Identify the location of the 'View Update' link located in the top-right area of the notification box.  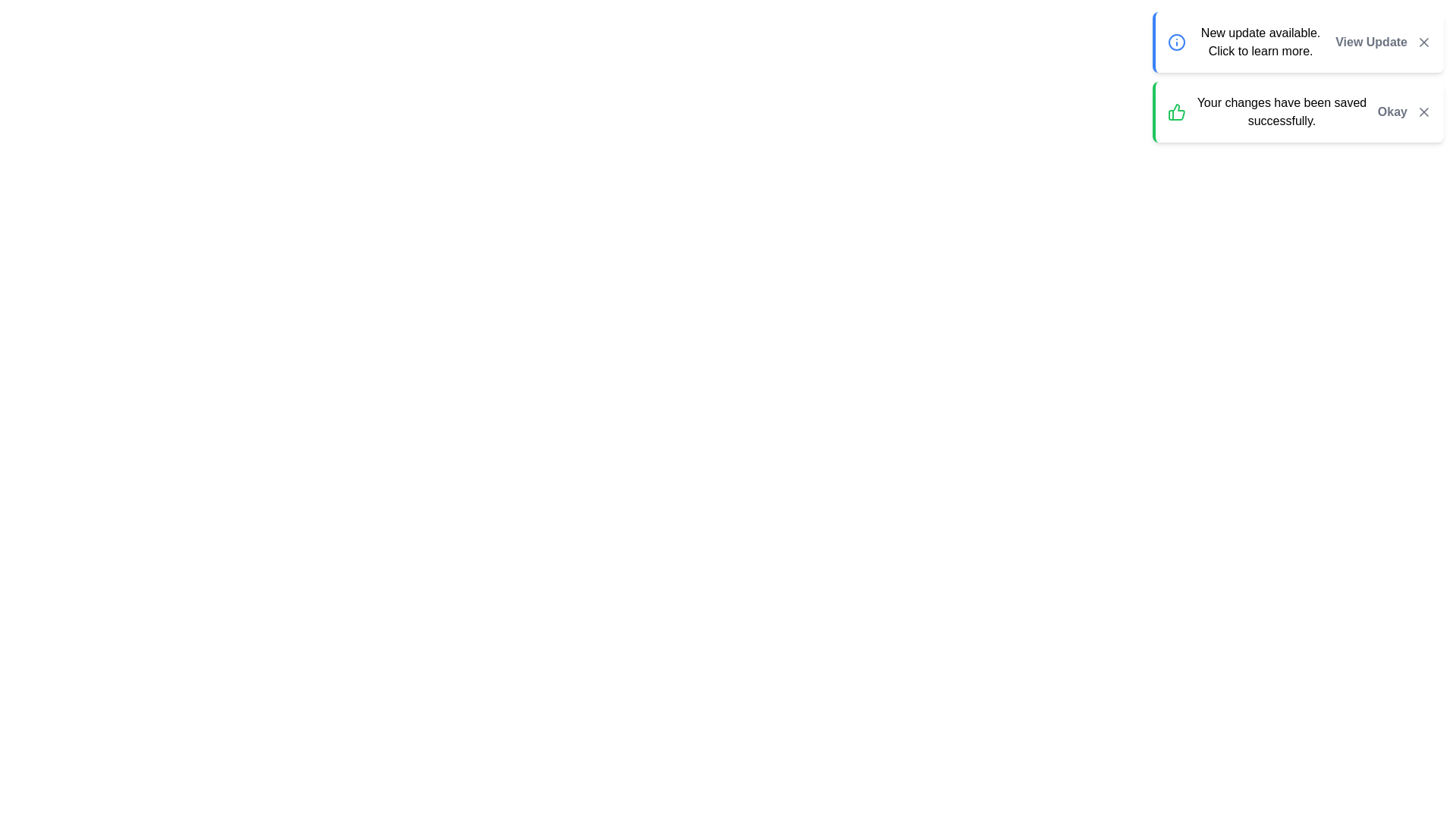
(1371, 42).